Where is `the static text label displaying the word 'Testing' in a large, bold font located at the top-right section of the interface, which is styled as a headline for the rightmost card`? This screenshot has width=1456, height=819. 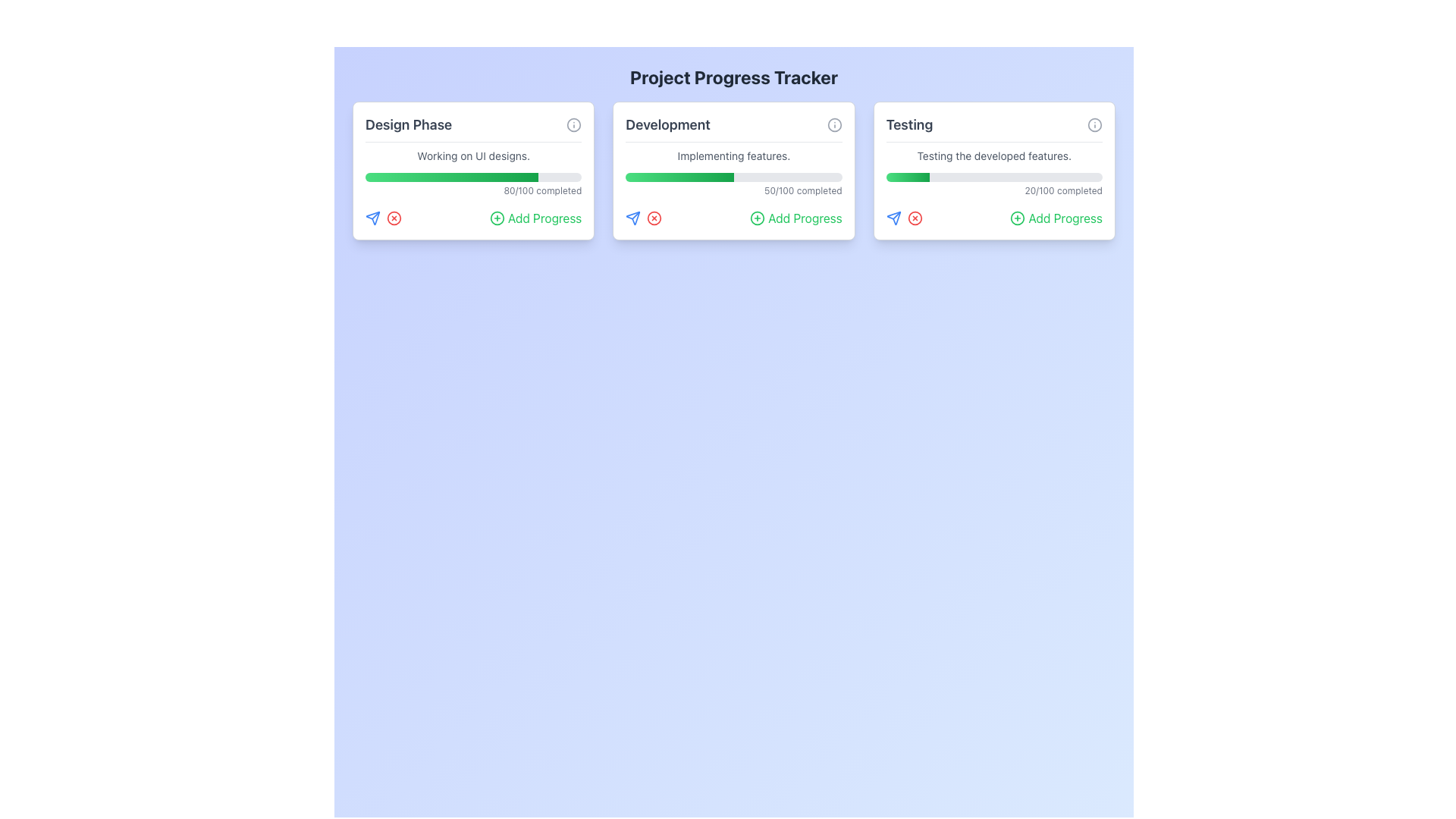 the static text label displaying the word 'Testing' in a large, bold font located at the top-right section of the interface, which is styled as a headline for the rightmost card is located at coordinates (909, 124).